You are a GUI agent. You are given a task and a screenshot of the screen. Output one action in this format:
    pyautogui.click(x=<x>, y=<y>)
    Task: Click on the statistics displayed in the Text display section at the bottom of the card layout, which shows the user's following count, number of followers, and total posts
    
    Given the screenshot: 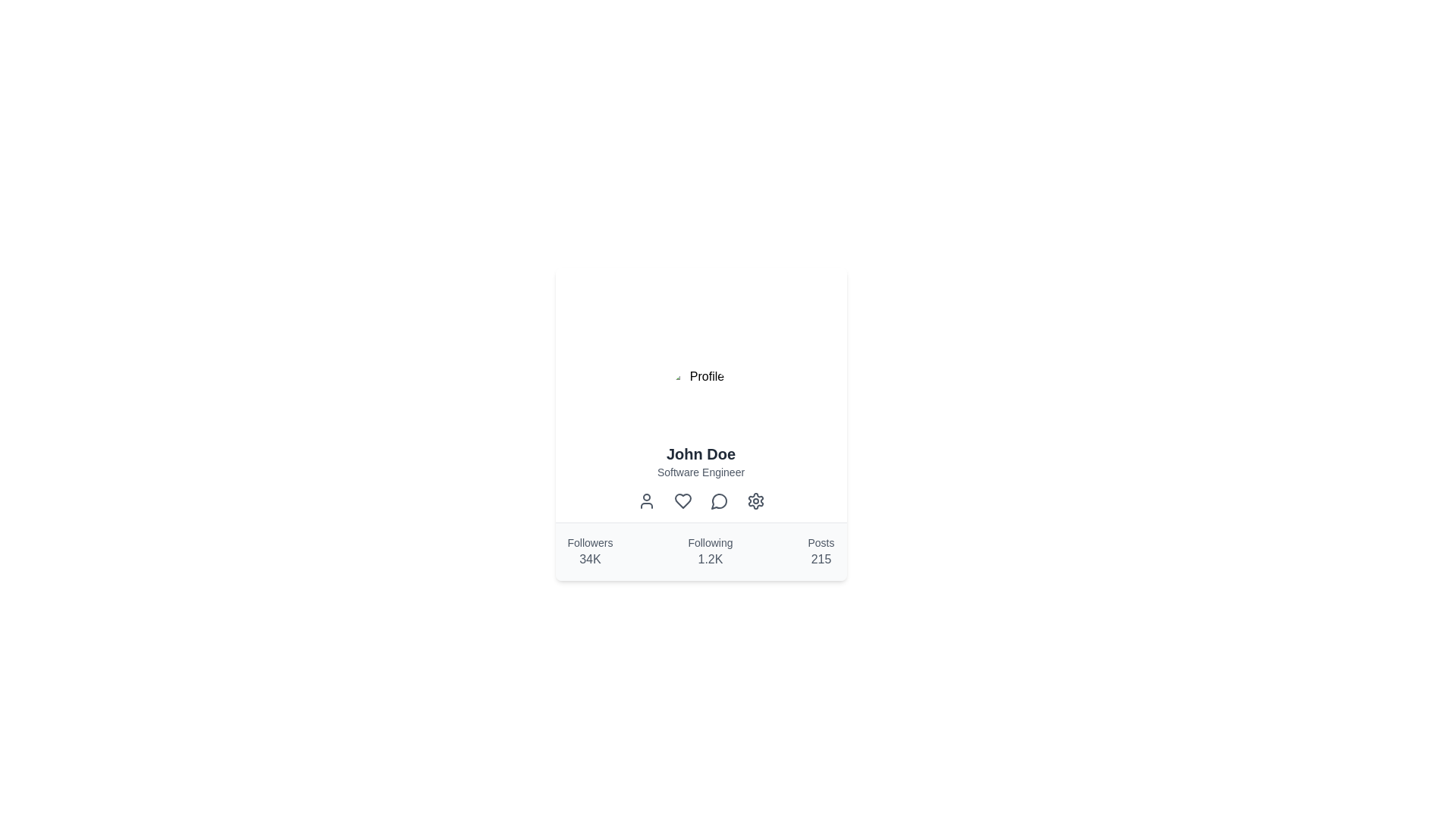 What is the action you would take?
    pyautogui.click(x=700, y=551)
    